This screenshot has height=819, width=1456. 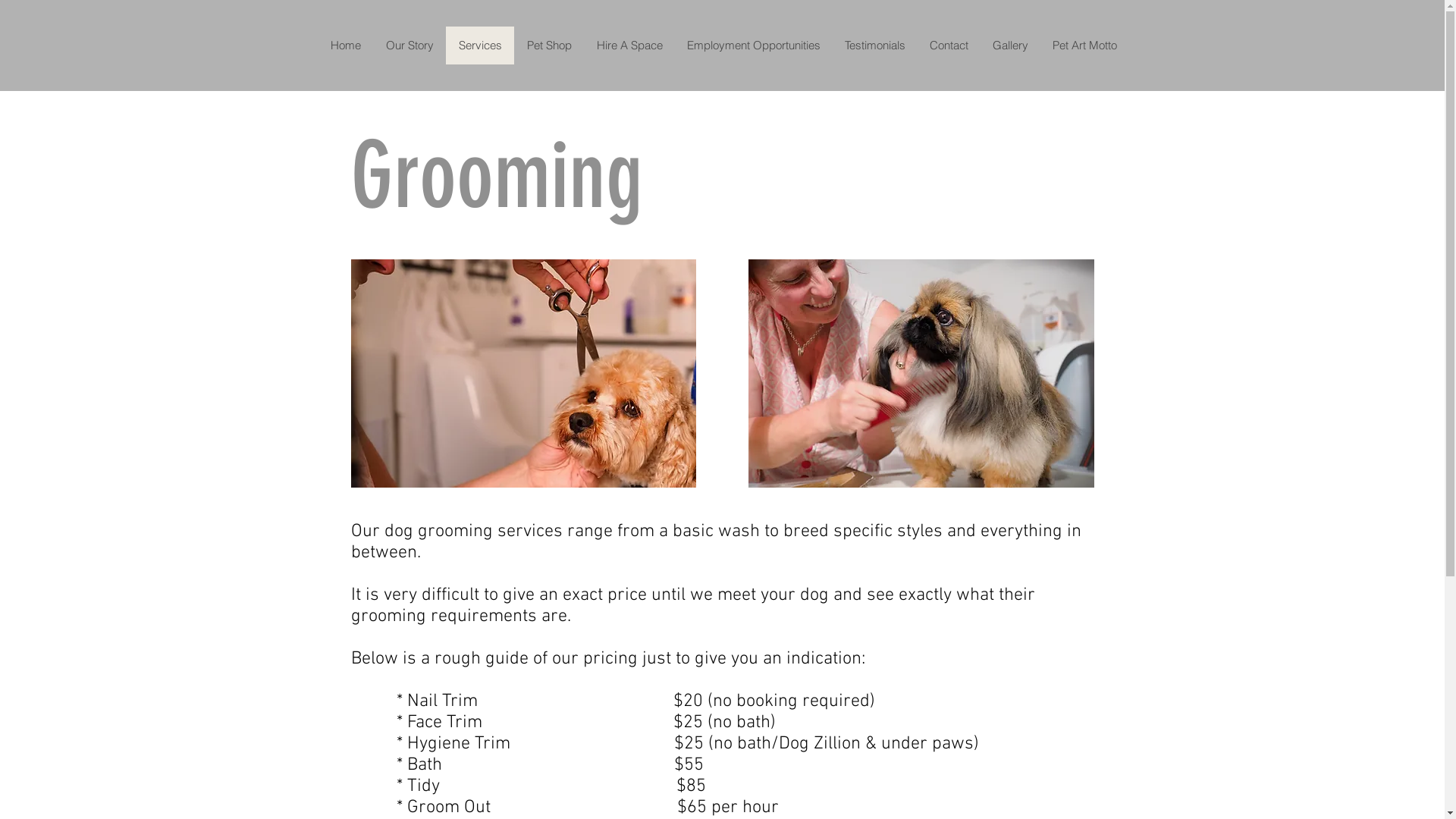 What do you see at coordinates (948, 45) in the screenshot?
I see `'Contact'` at bounding box center [948, 45].